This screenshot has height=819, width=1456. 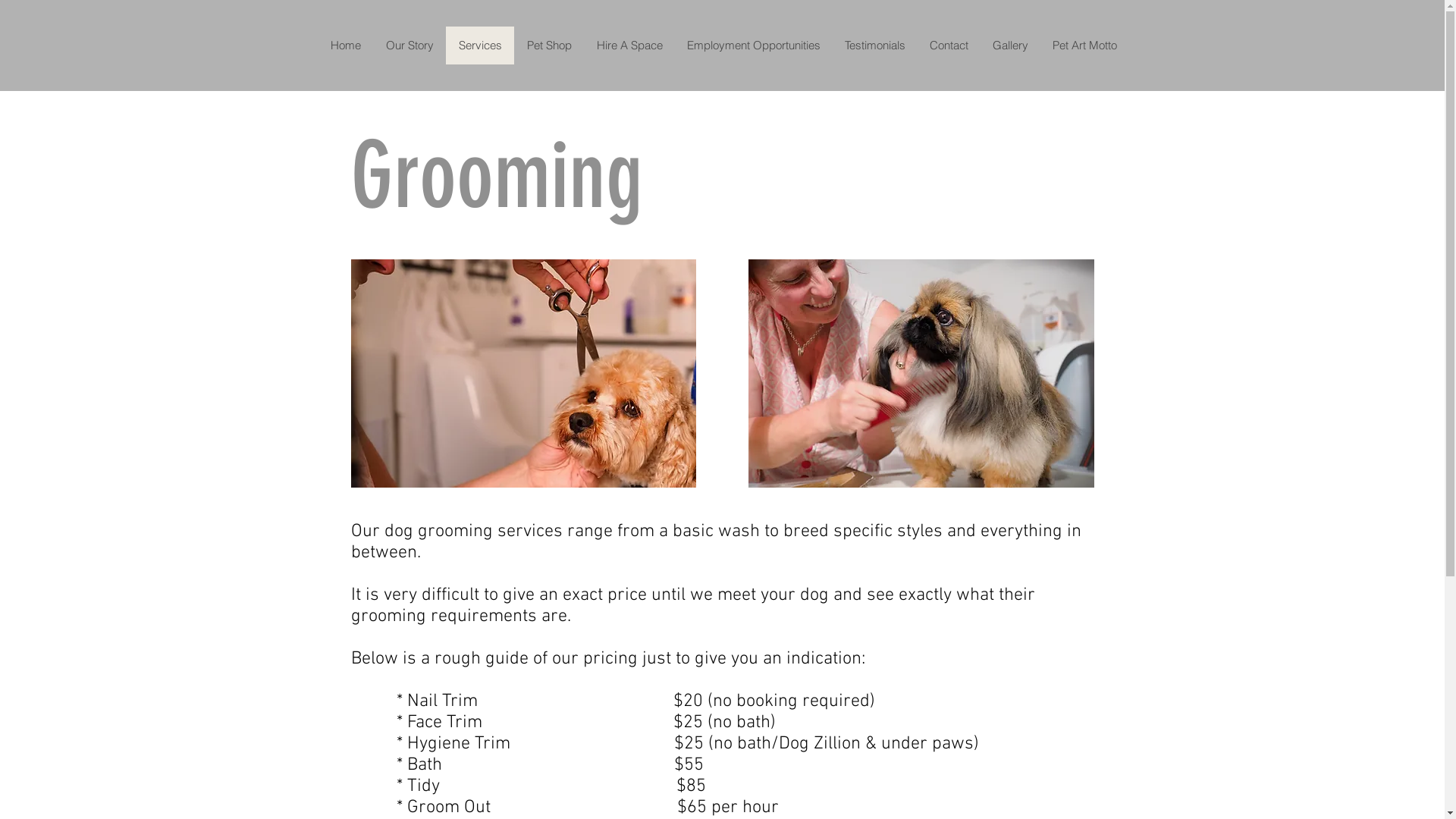 What do you see at coordinates (948, 45) in the screenshot?
I see `'Contact'` at bounding box center [948, 45].